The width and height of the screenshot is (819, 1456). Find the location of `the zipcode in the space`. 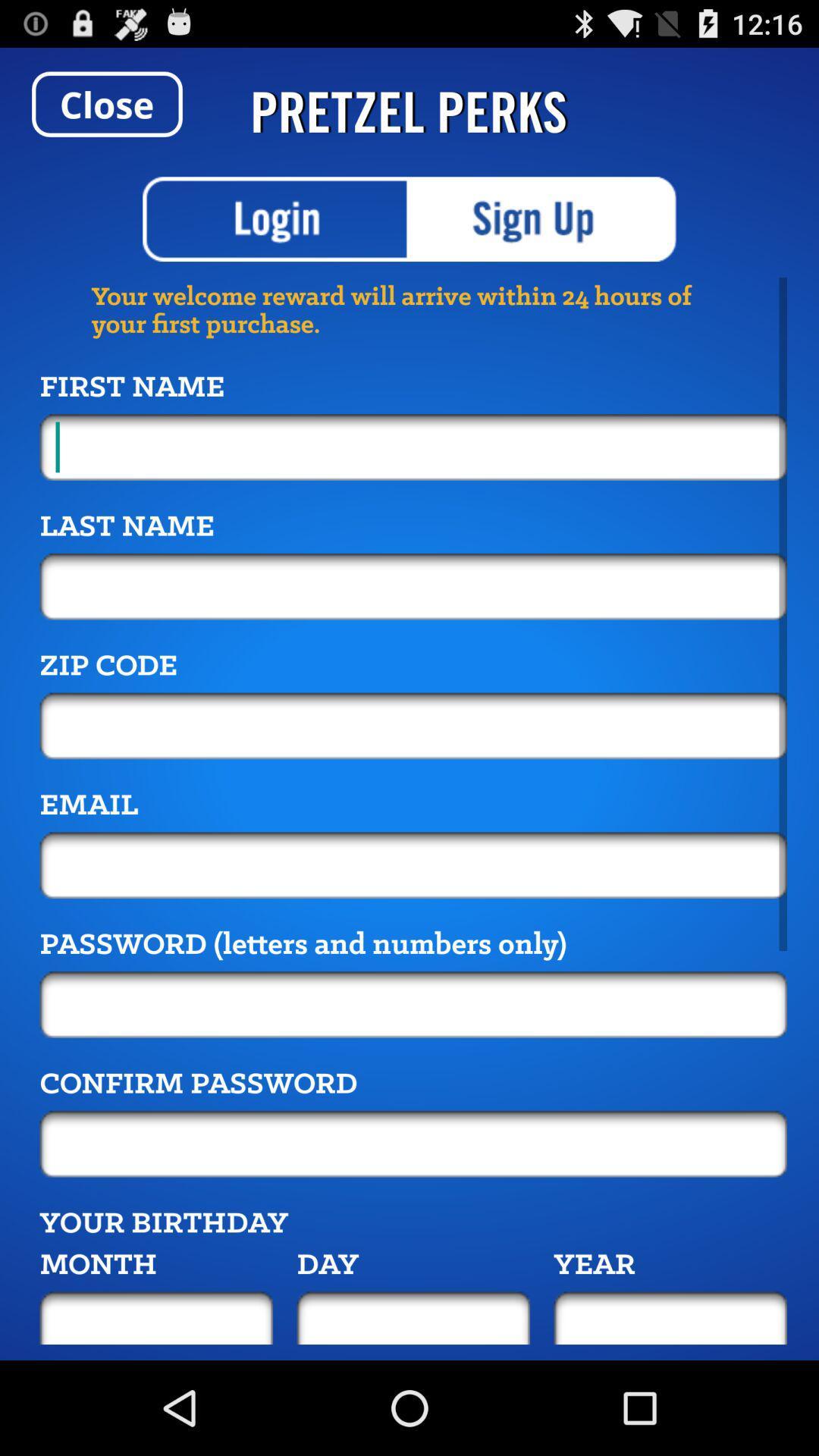

the zipcode in the space is located at coordinates (413, 725).